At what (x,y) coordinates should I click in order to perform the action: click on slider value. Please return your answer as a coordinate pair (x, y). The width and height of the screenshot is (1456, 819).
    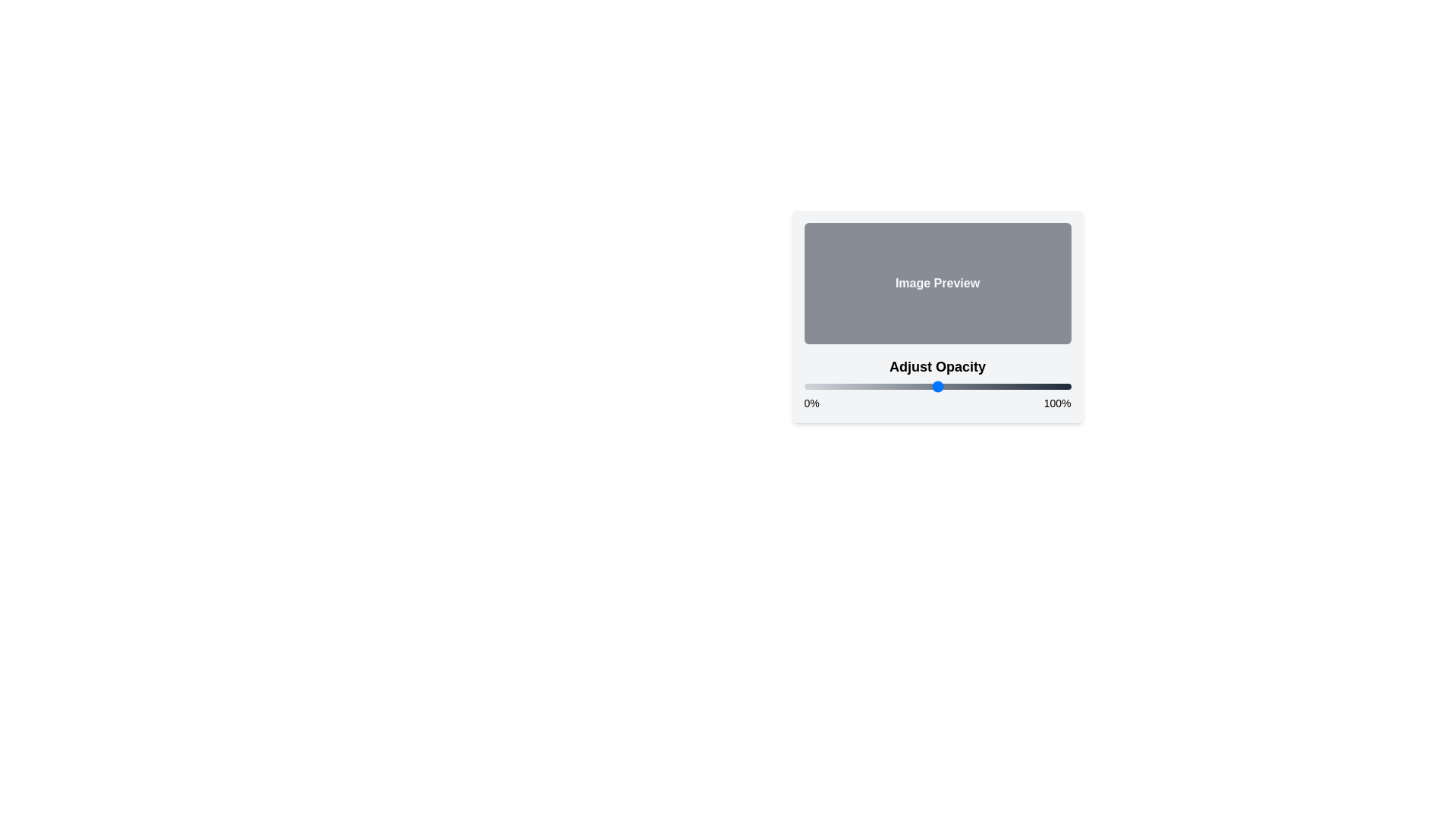
    Looking at the image, I should click on (947, 385).